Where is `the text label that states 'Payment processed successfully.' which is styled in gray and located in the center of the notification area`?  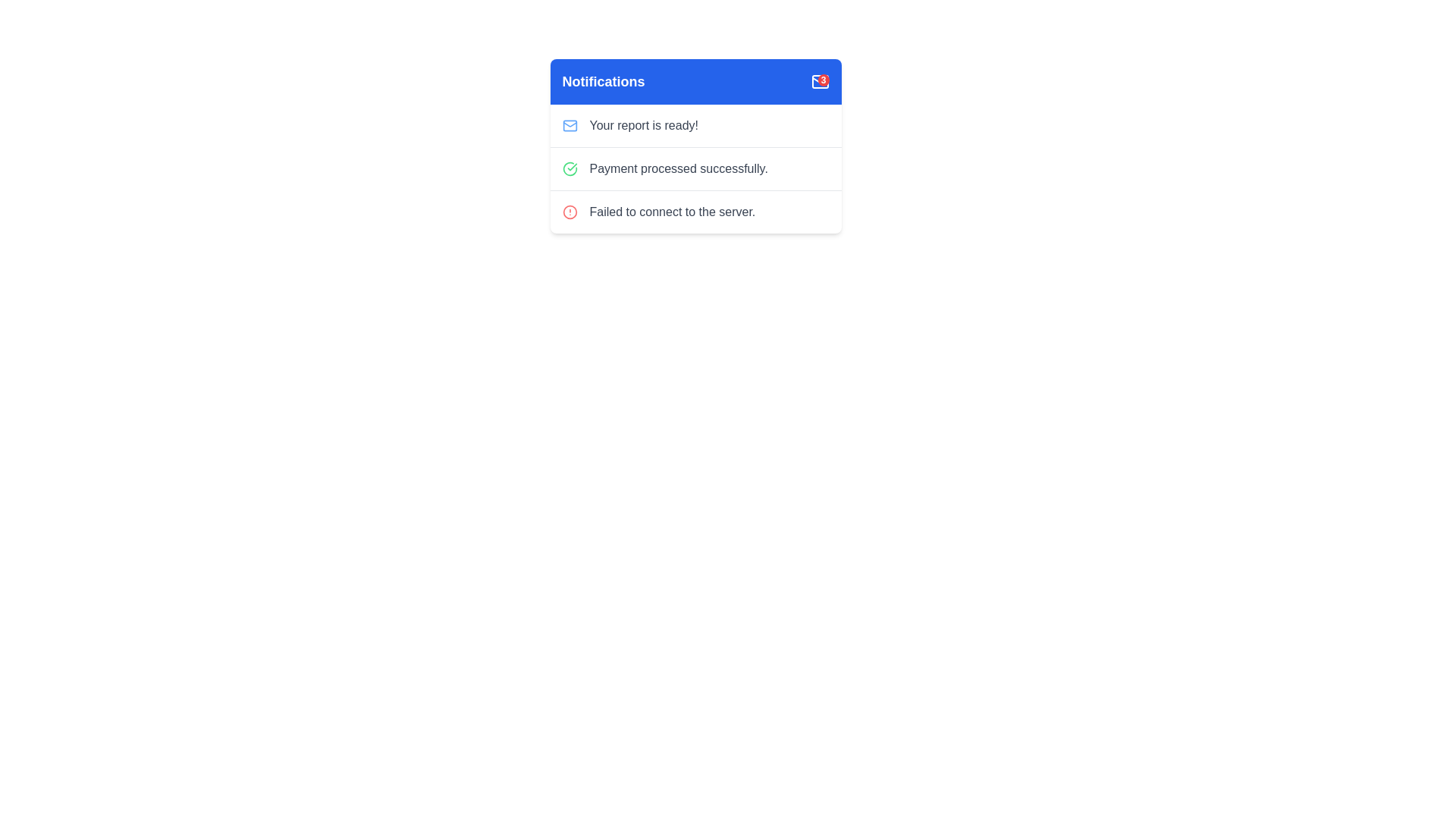
the text label that states 'Payment processed successfully.' which is styled in gray and located in the center of the notification area is located at coordinates (678, 169).